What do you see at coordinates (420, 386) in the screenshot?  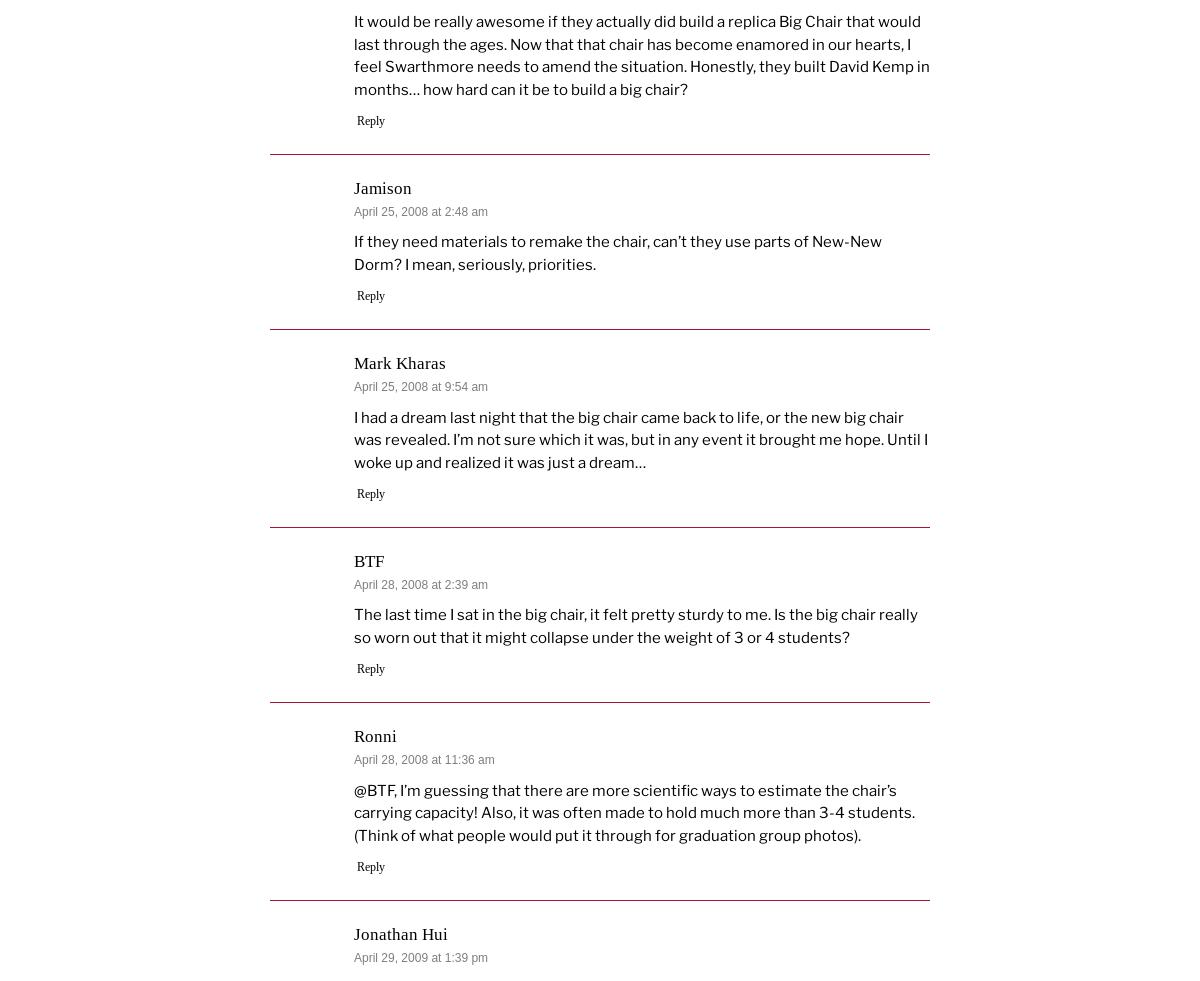 I see `'April 25, 2008 at 9:54 am'` at bounding box center [420, 386].